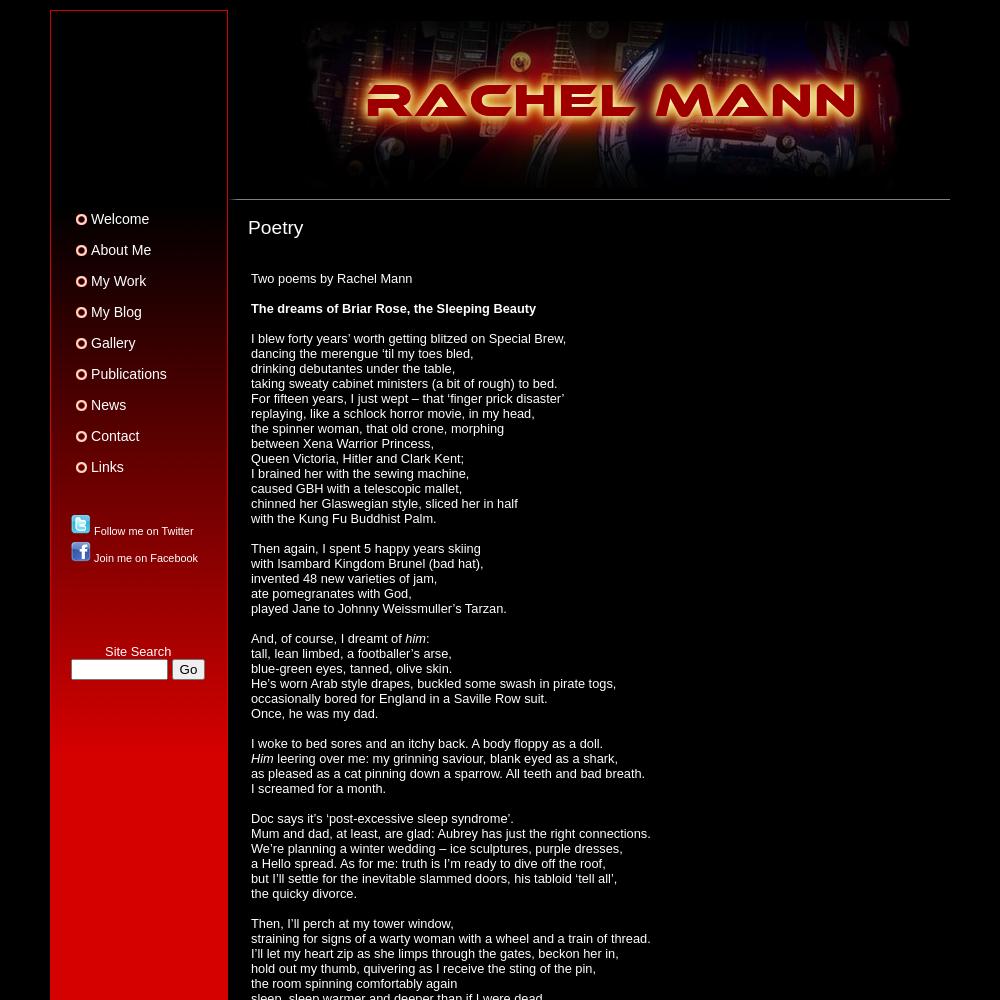 The width and height of the screenshot is (1000, 1000). I want to click on 'Contact', so click(114, 436).